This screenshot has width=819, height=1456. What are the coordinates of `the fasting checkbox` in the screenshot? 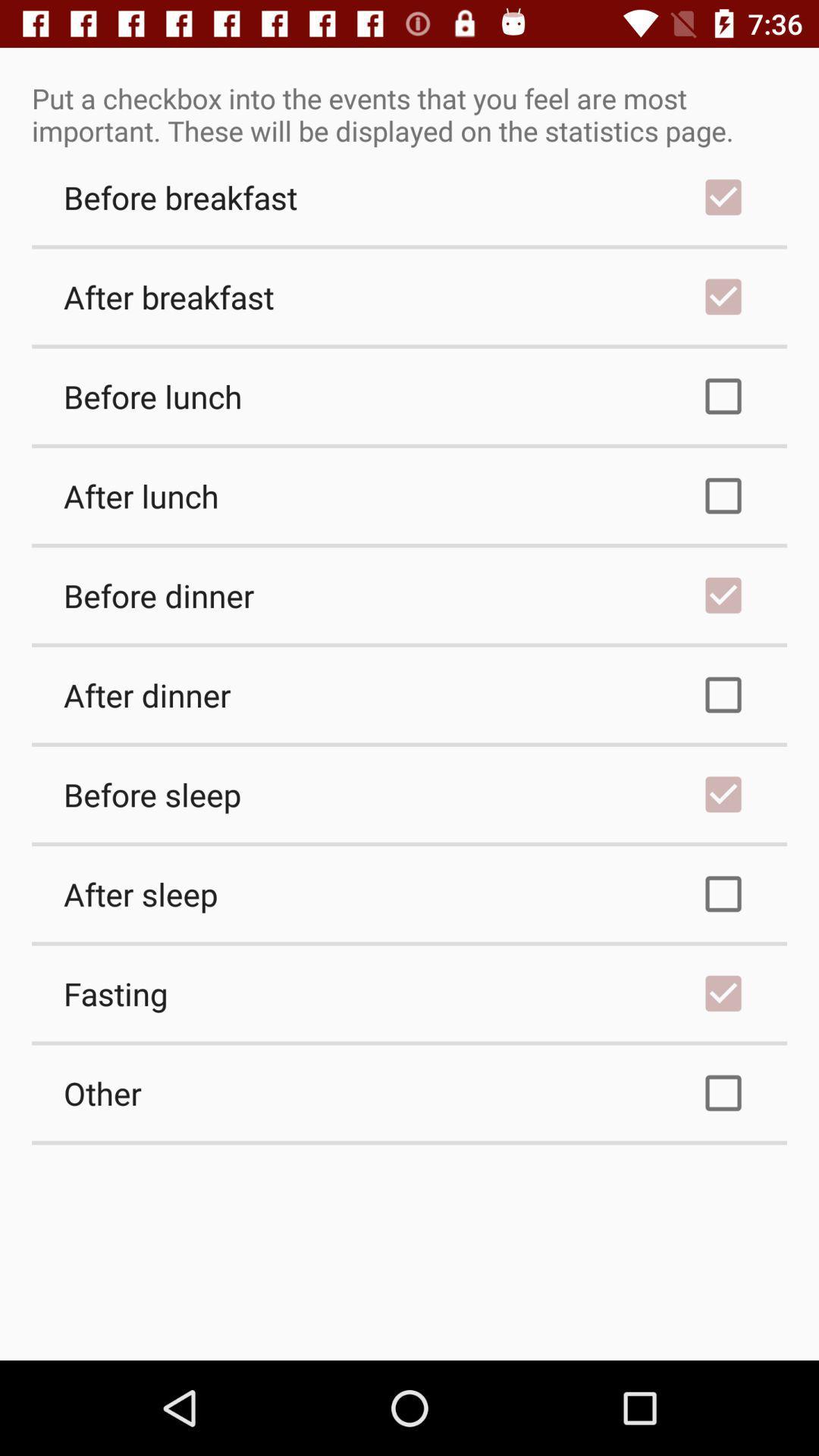 It's located at (409, 993).